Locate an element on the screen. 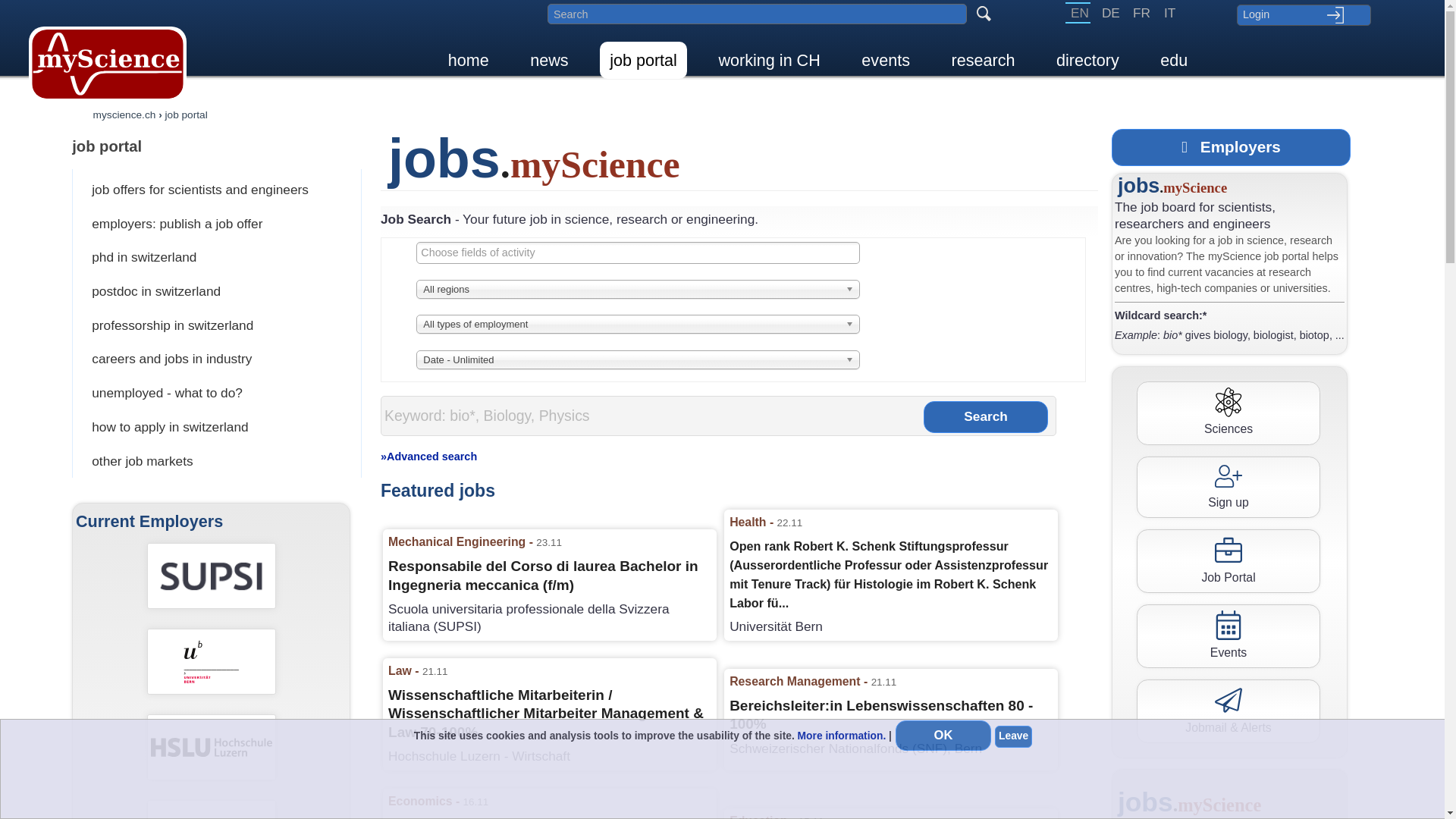 The width and height of the screenshot is (1456, 819). 'working in CH' is located at coordinates (768, 59).